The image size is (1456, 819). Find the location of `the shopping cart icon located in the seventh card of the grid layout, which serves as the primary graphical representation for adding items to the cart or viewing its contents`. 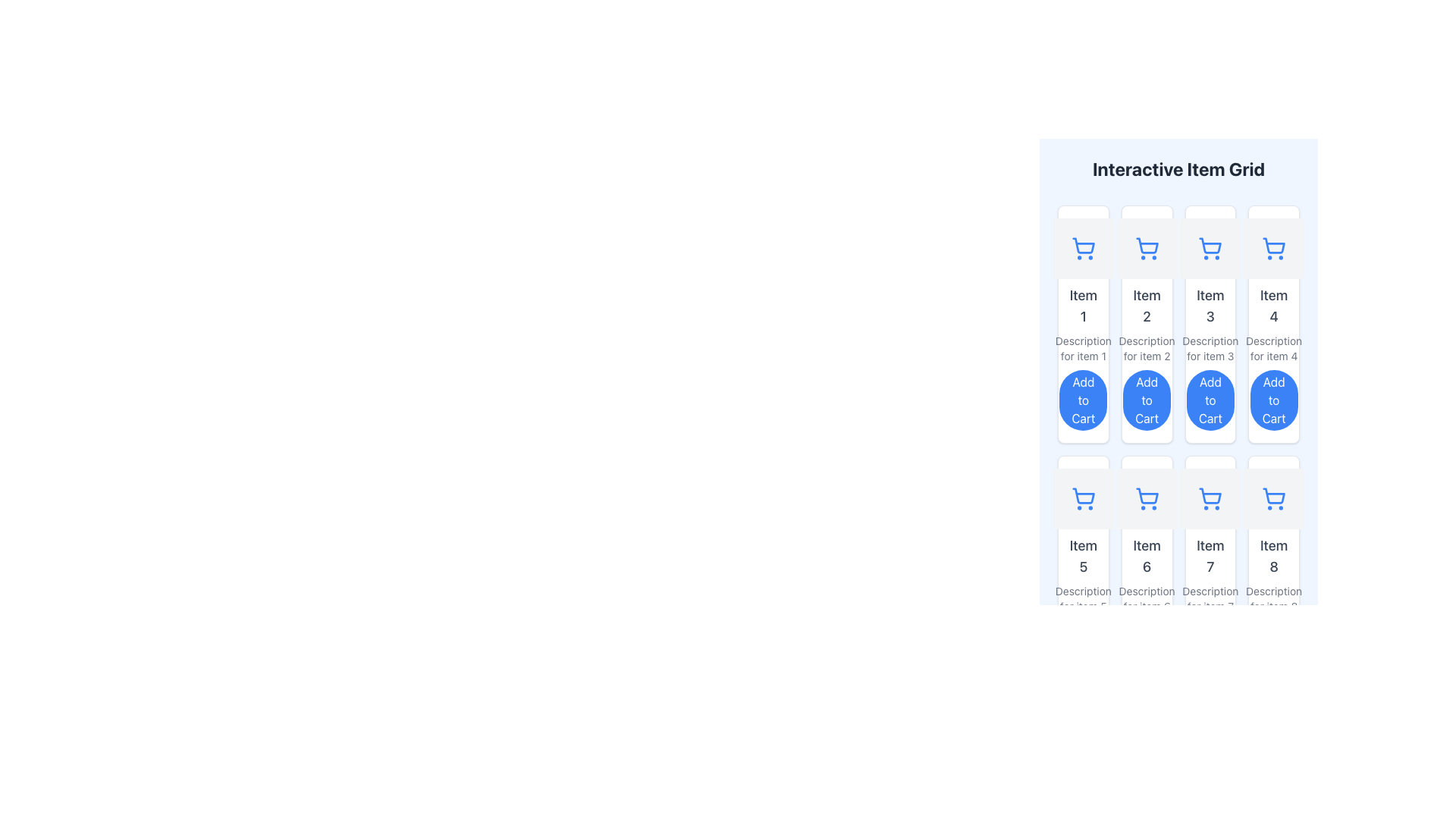

the shopping cart icon located in the seventh card of the grid layout, which serves as the primary graphical representation for adding items to the cart or viewing its contents is located at coordinates (1210, 499).